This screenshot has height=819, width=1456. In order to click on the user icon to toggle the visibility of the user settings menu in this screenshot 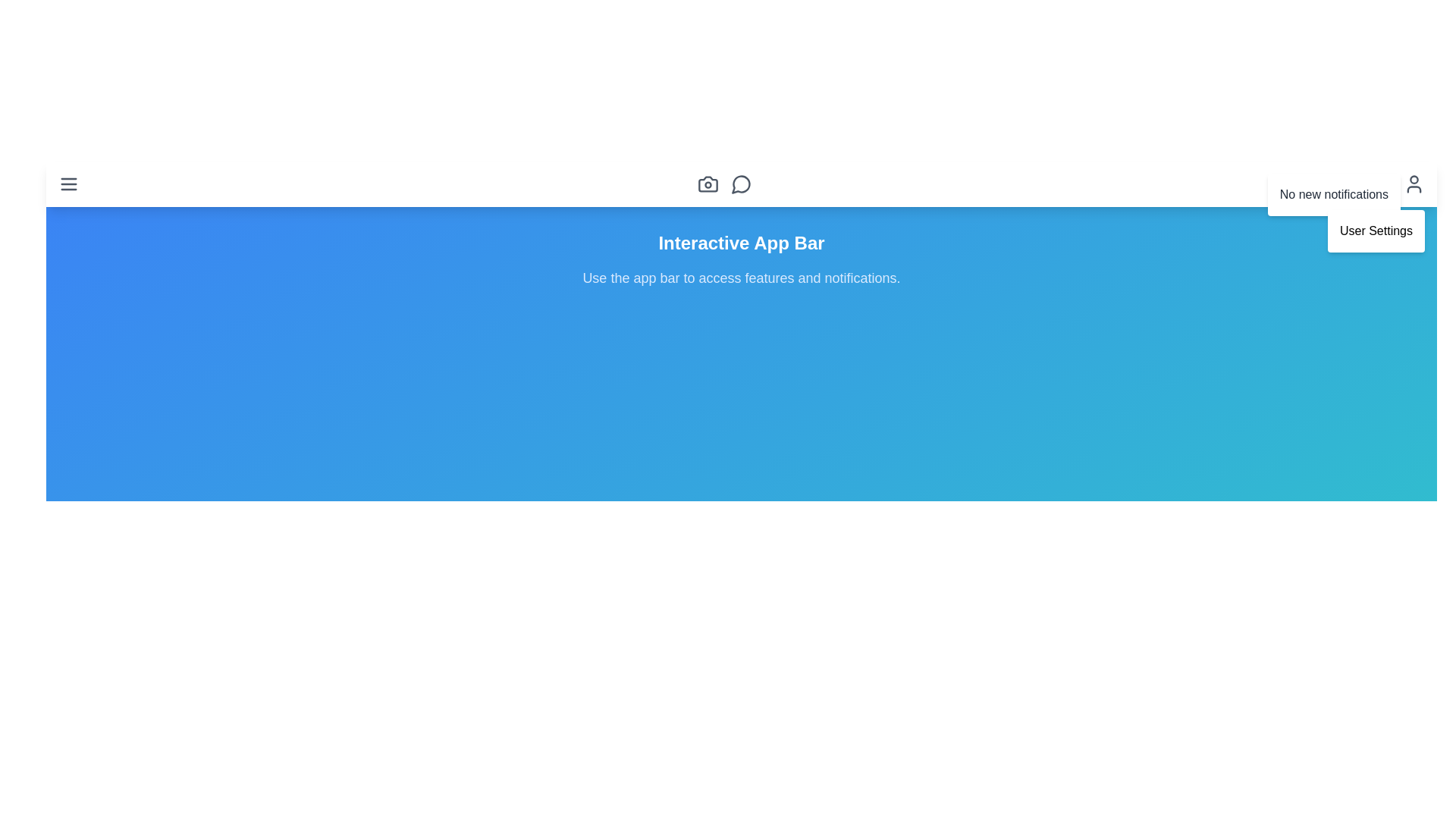, I will do `click(1414, 184)`.